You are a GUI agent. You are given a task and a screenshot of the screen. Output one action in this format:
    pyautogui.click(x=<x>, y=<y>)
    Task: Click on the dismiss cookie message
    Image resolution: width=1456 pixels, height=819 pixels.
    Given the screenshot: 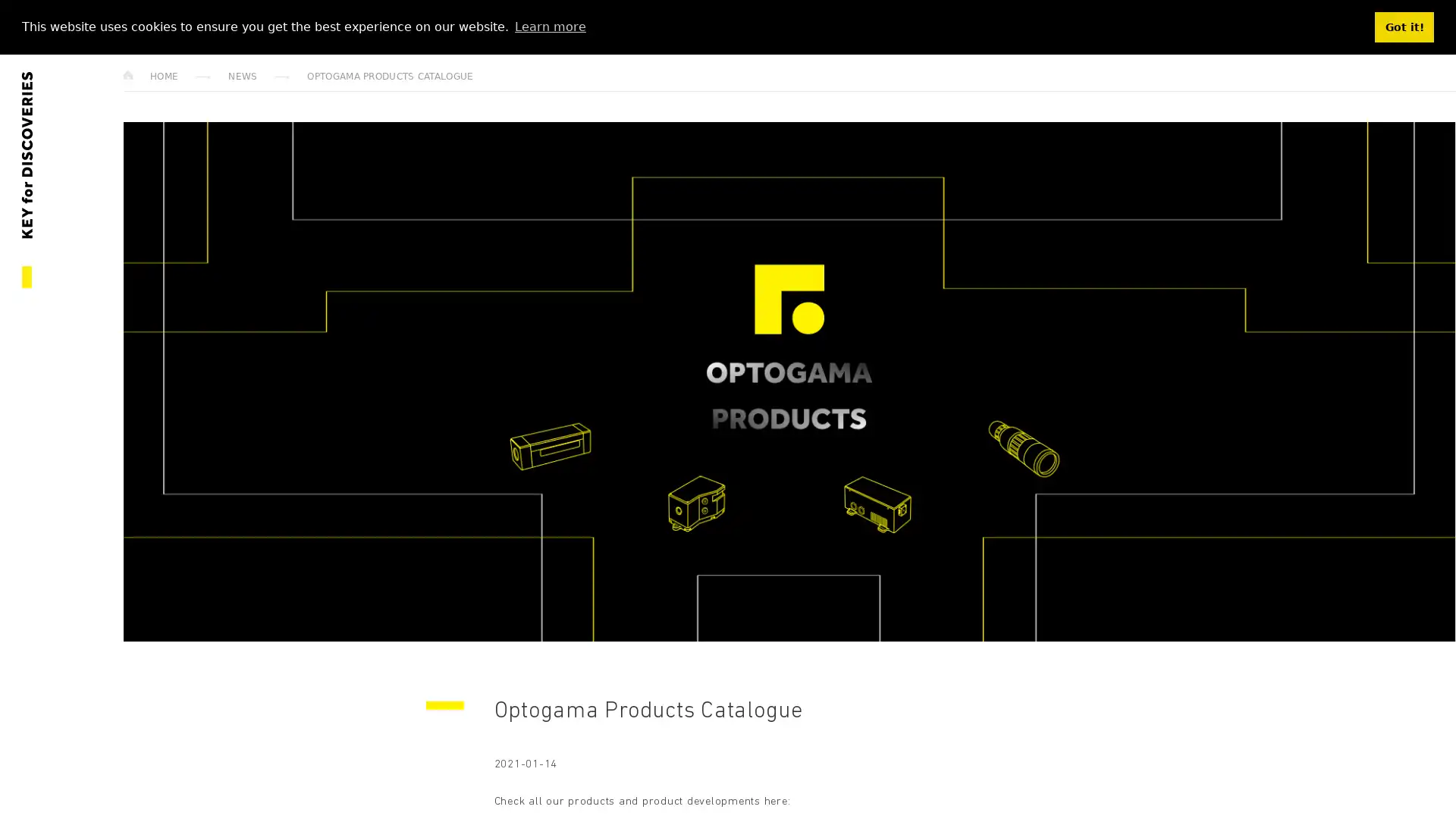 What is the action you would take?
    pyautogui.click(x=1404, y=27)
    